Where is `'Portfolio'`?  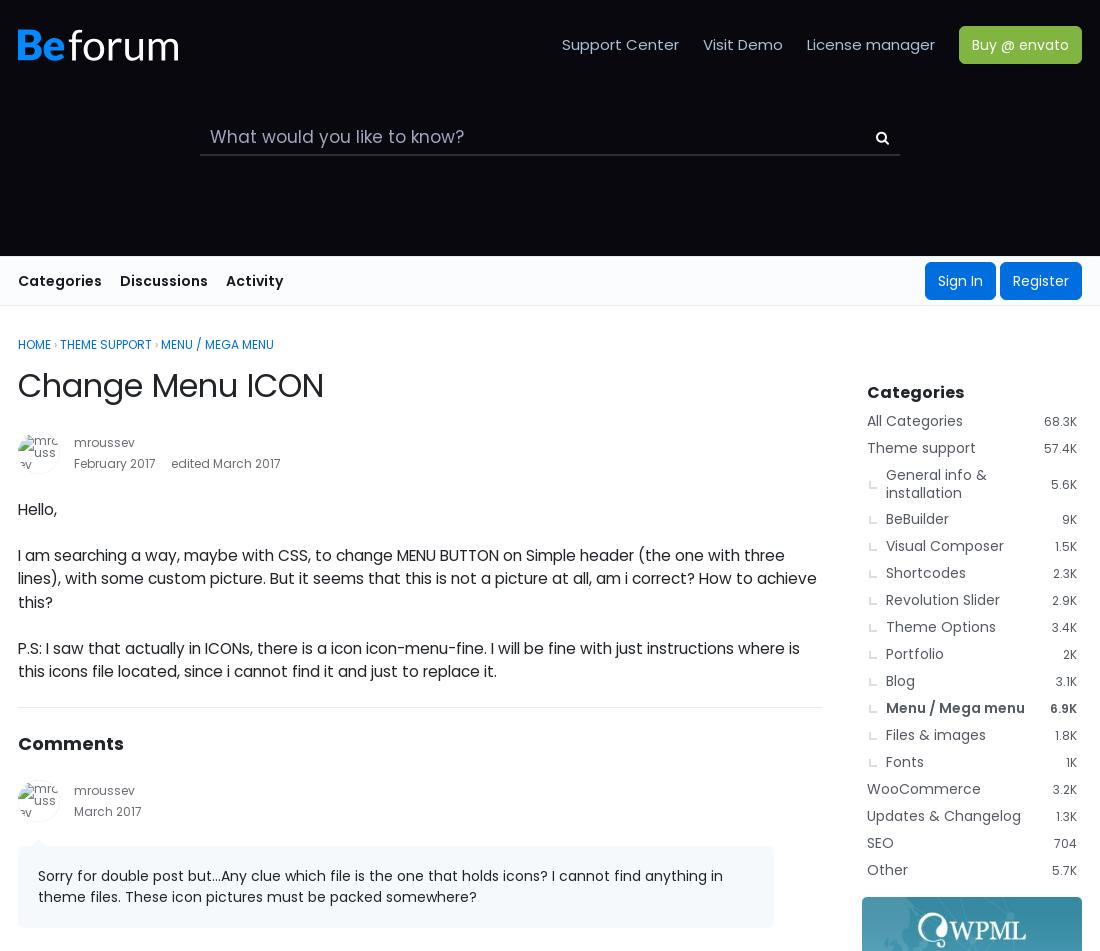 'Portfolio' is located at coordinates (914, 653).